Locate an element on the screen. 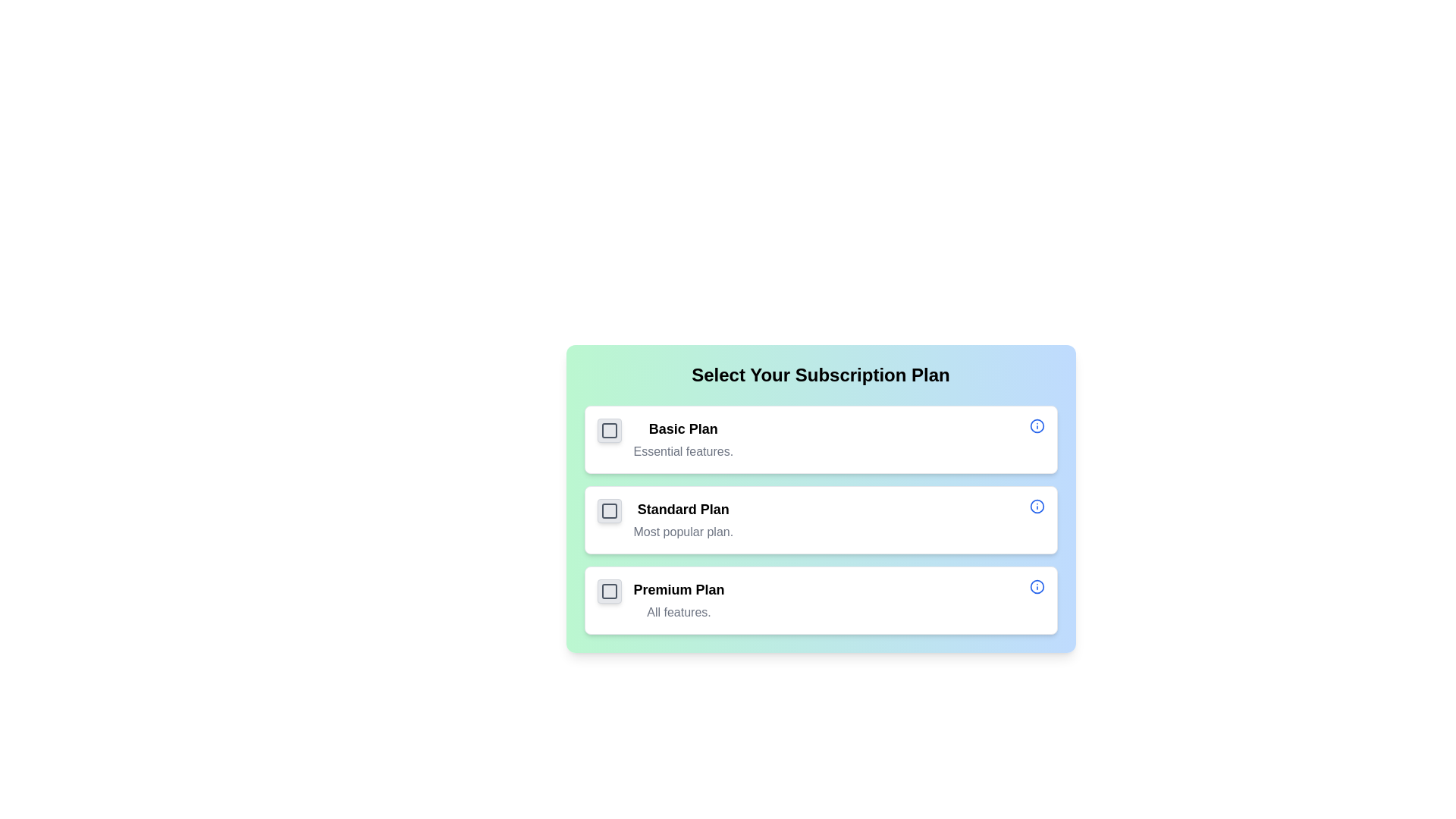 Image resolution: width=1456 pixels, height=819 pixels. the Information Icon located in the 'Premium Plan' section, adjacent to the text 'All features' is located at coordinates (1036, 586).